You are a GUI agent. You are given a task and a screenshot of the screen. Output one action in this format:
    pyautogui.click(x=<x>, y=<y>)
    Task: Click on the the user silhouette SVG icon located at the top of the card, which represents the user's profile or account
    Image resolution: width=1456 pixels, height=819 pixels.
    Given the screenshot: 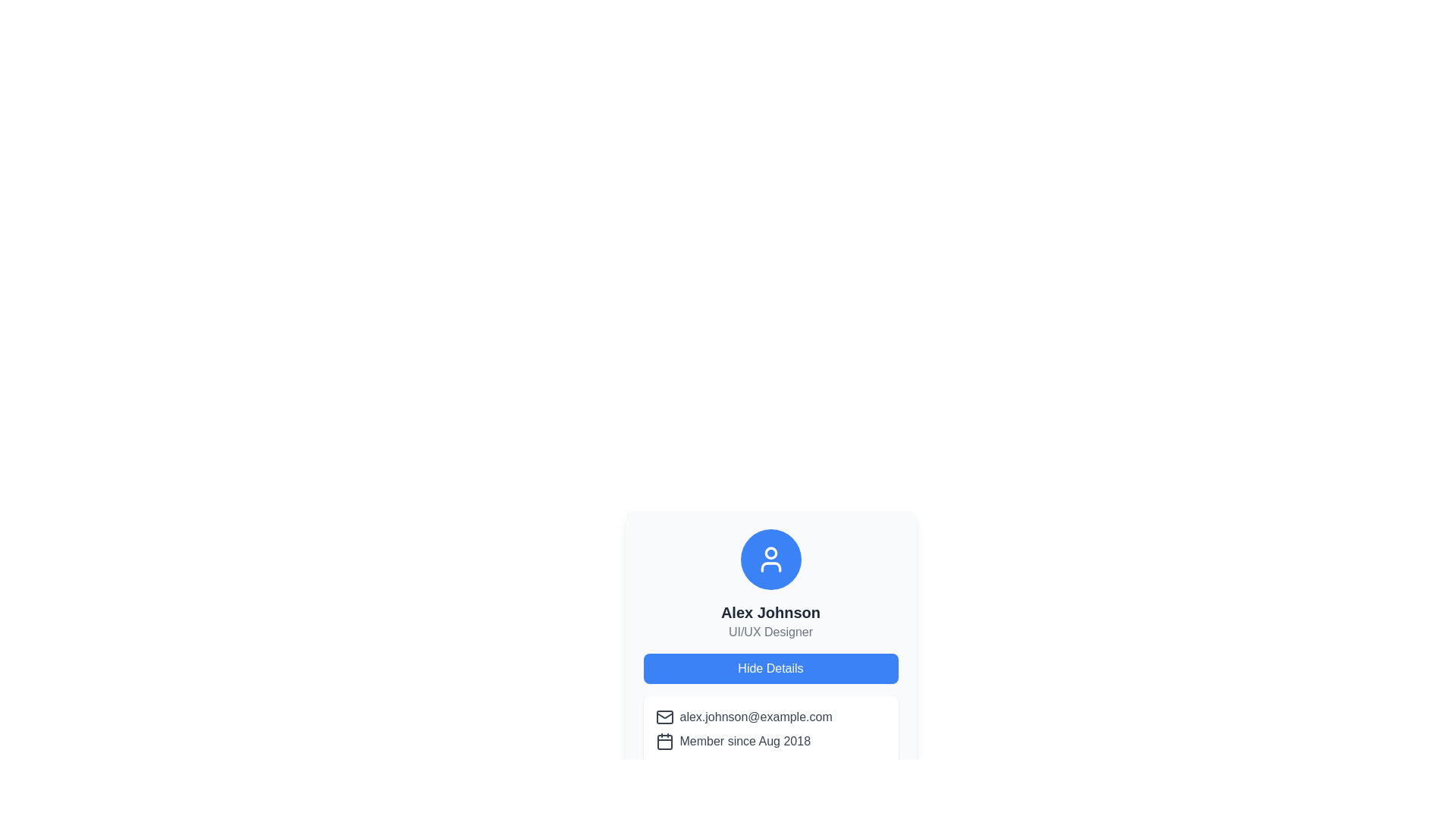 What is the action you would take?
    pyautogui.click(x=770, y=559)
    